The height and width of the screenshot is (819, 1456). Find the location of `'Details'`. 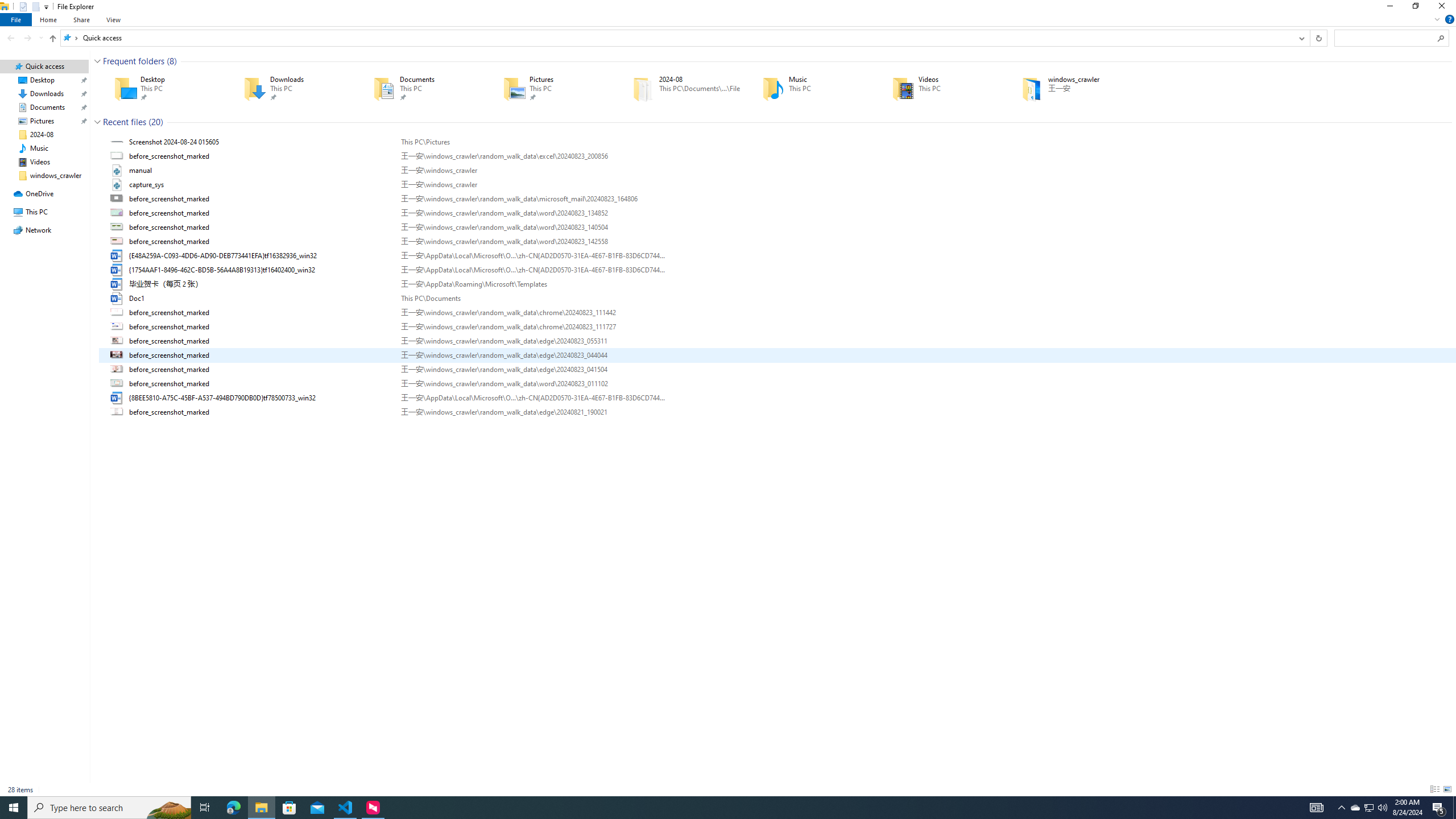

'Details' is located at coordinates (1434, 789).